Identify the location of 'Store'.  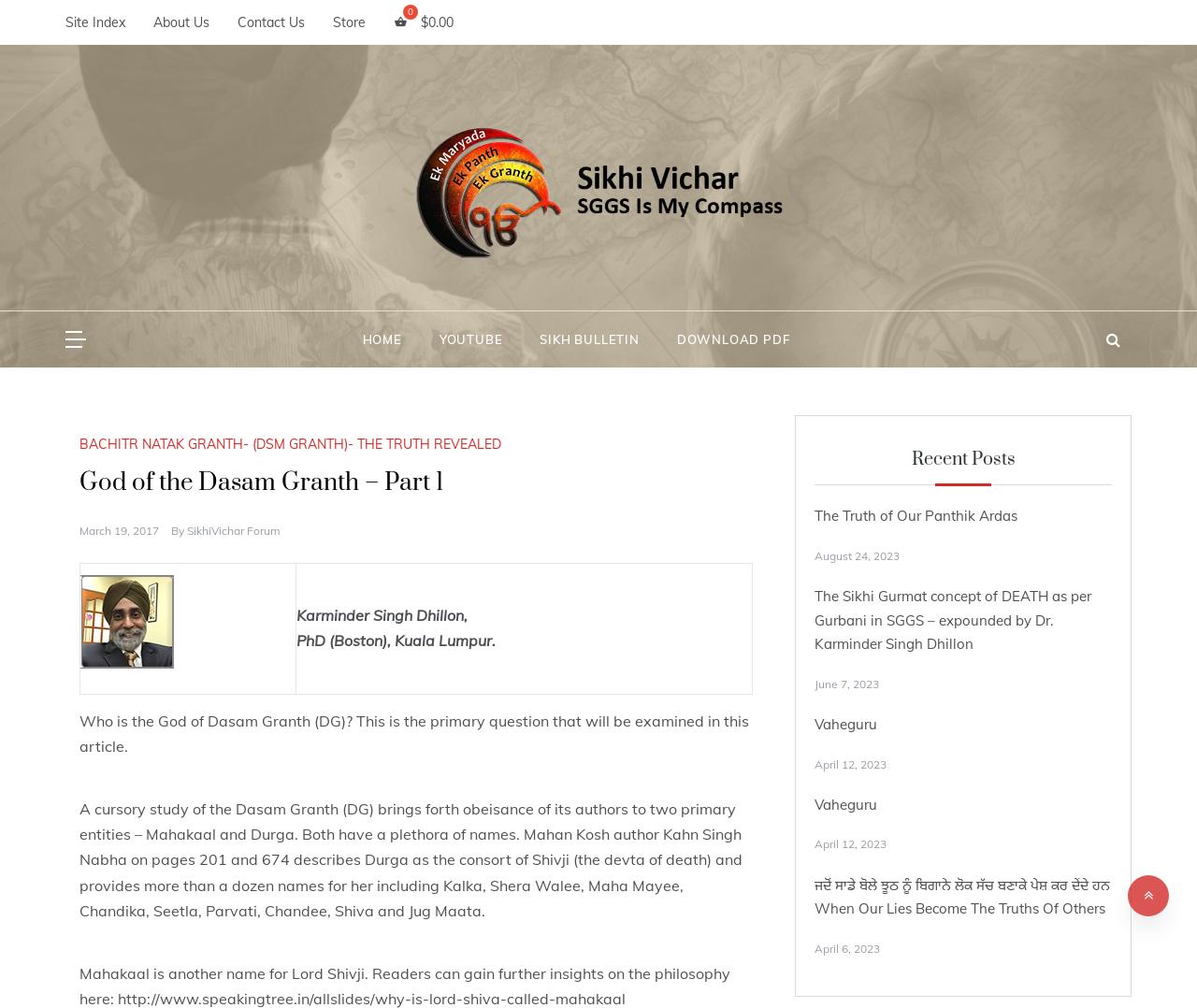
(349, 22).